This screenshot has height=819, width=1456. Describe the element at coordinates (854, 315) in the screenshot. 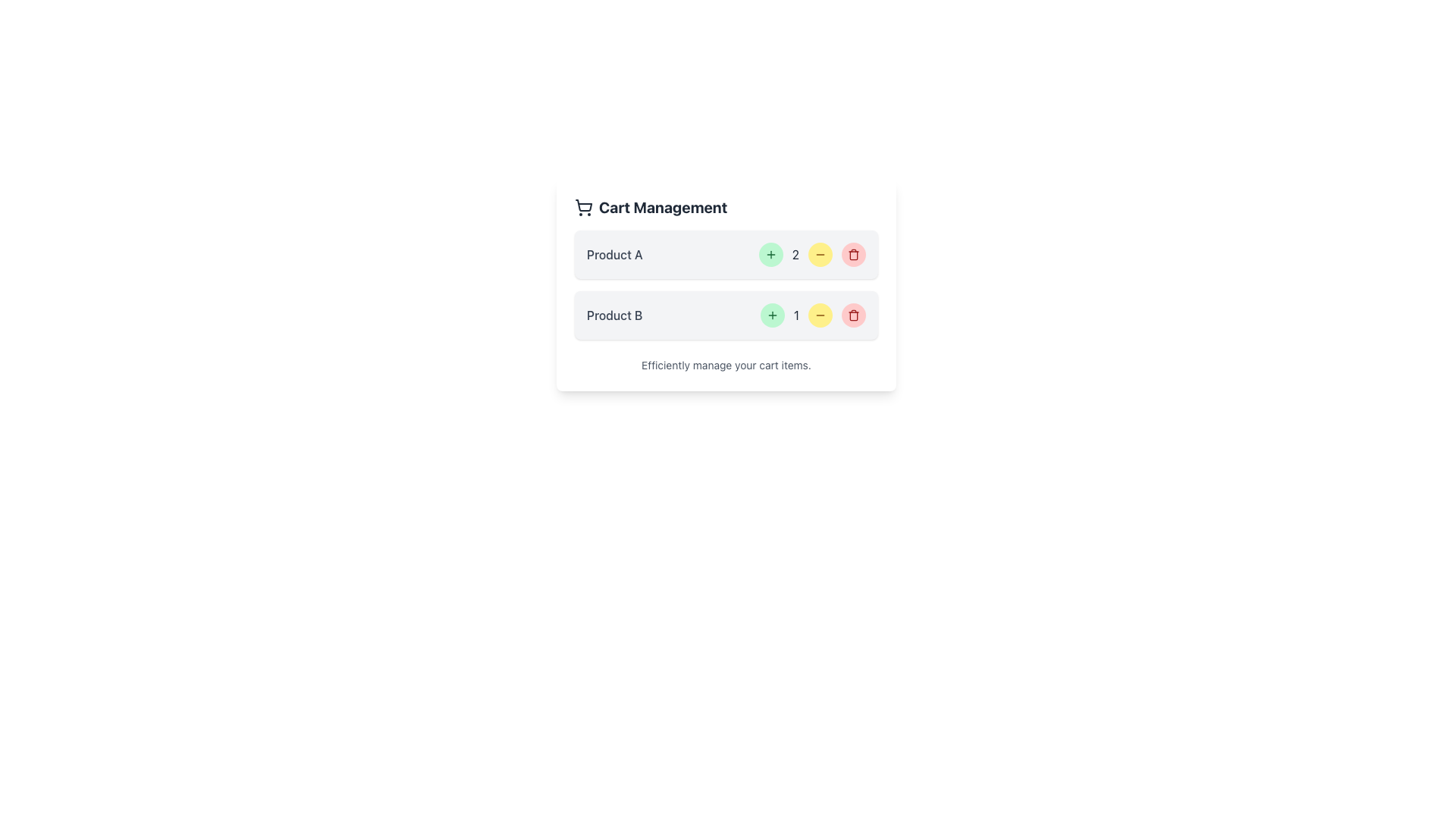

I see `the circular button with a light red background and trash can icon, located to the right of the decrement button for 'Product B', to change its background color` at that location.